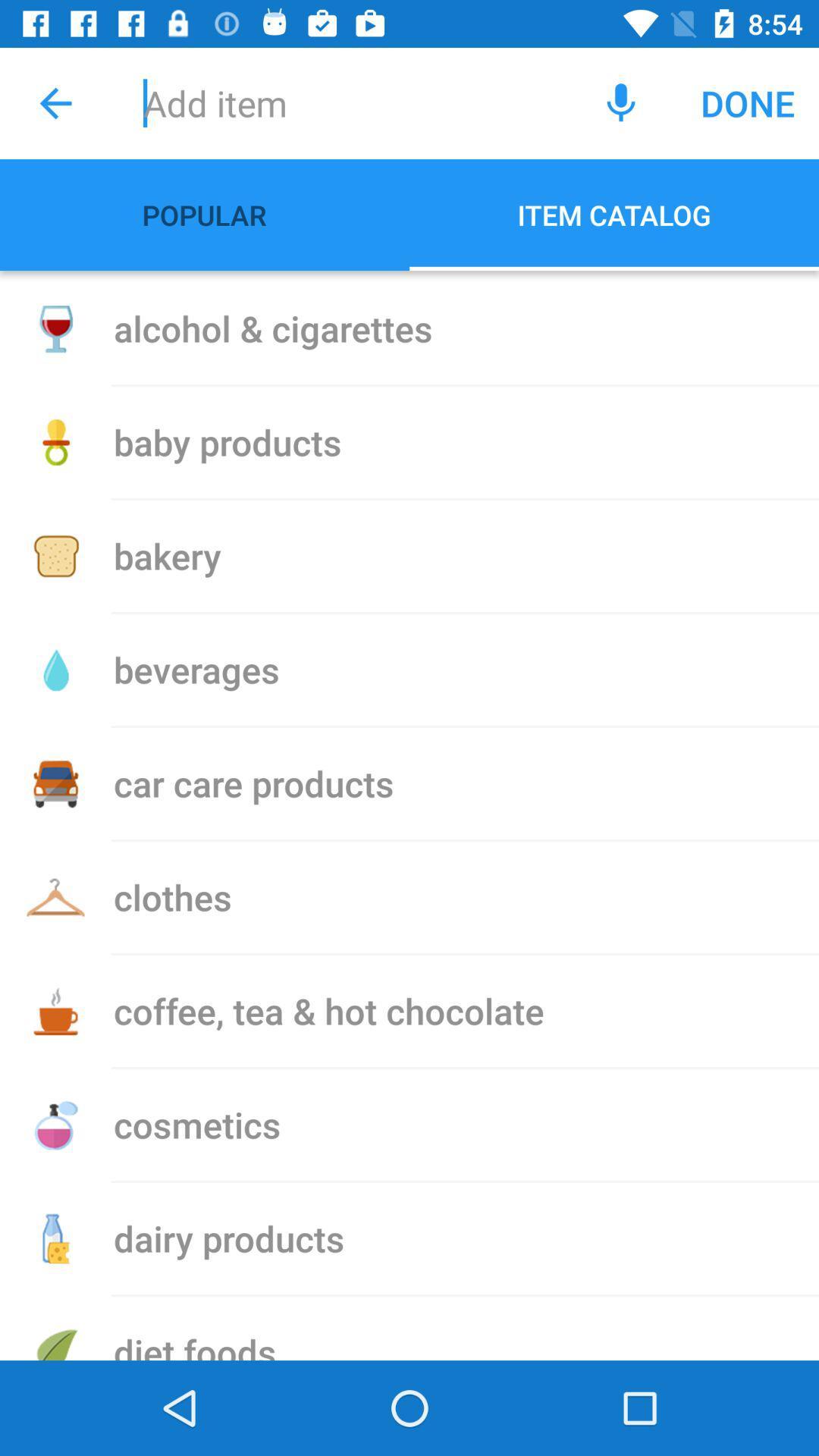 The height and width of the screenshot is (1456, 819). What do you see at coordinates (55, 442) in the screenshot?
I see `second icon beside baby products` at bounding box center [55, 442].